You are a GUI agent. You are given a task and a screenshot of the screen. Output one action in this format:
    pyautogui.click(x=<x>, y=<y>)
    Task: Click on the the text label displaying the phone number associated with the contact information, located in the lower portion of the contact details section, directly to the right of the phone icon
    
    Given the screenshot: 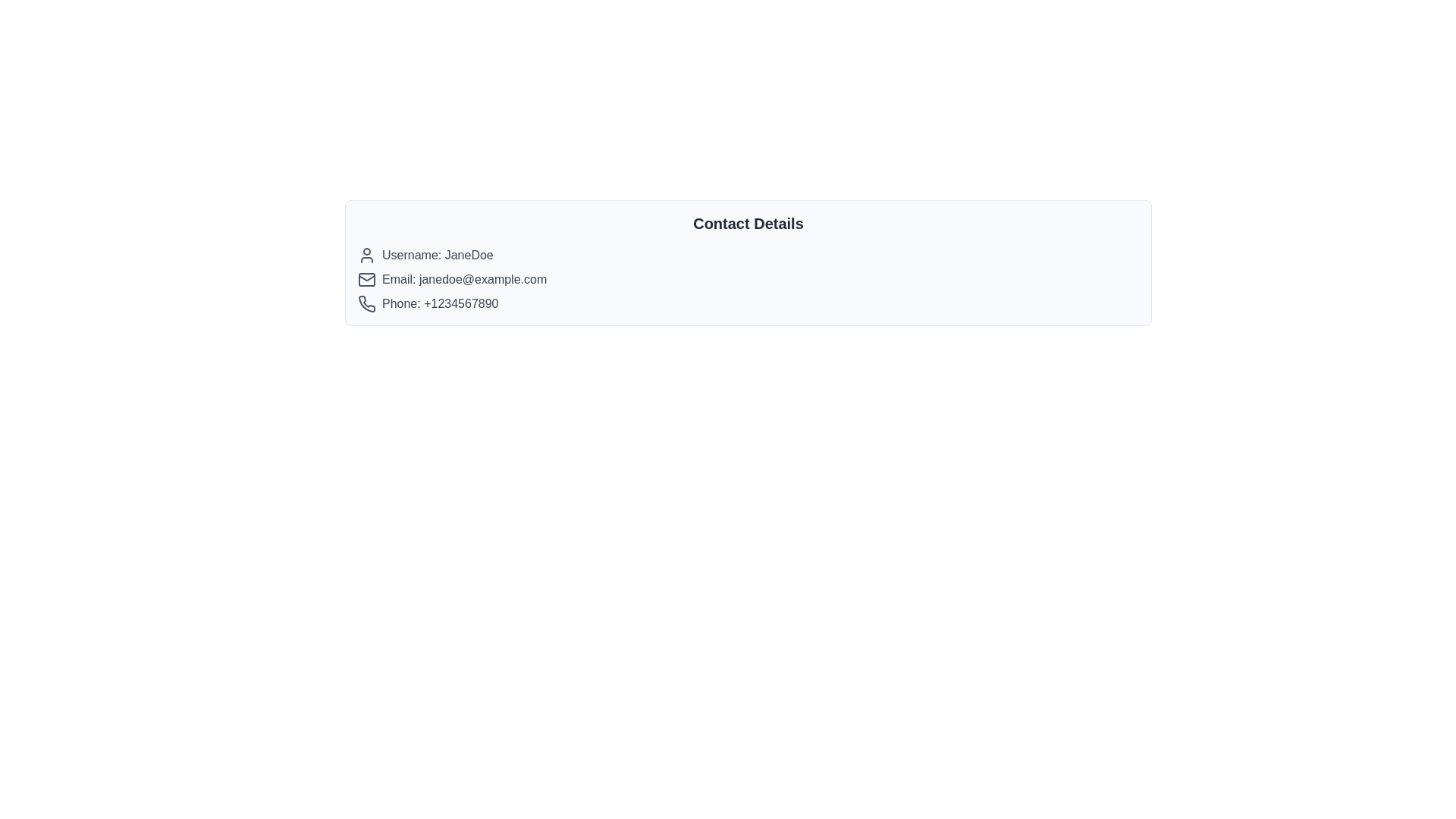 What is the action you would take?
    pyautogui.click(x=439, y=304)
    